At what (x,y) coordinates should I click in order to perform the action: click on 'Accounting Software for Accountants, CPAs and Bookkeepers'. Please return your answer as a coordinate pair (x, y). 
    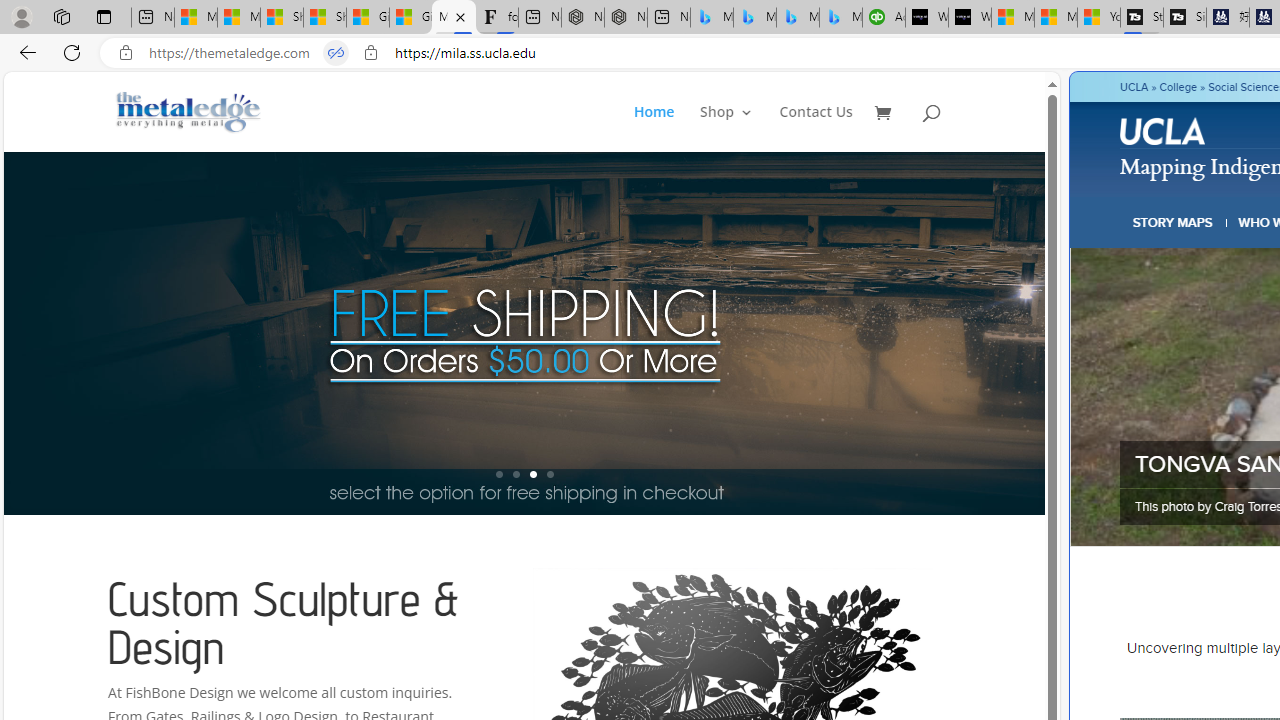
    Looking at the image, I should click on (882, 17).